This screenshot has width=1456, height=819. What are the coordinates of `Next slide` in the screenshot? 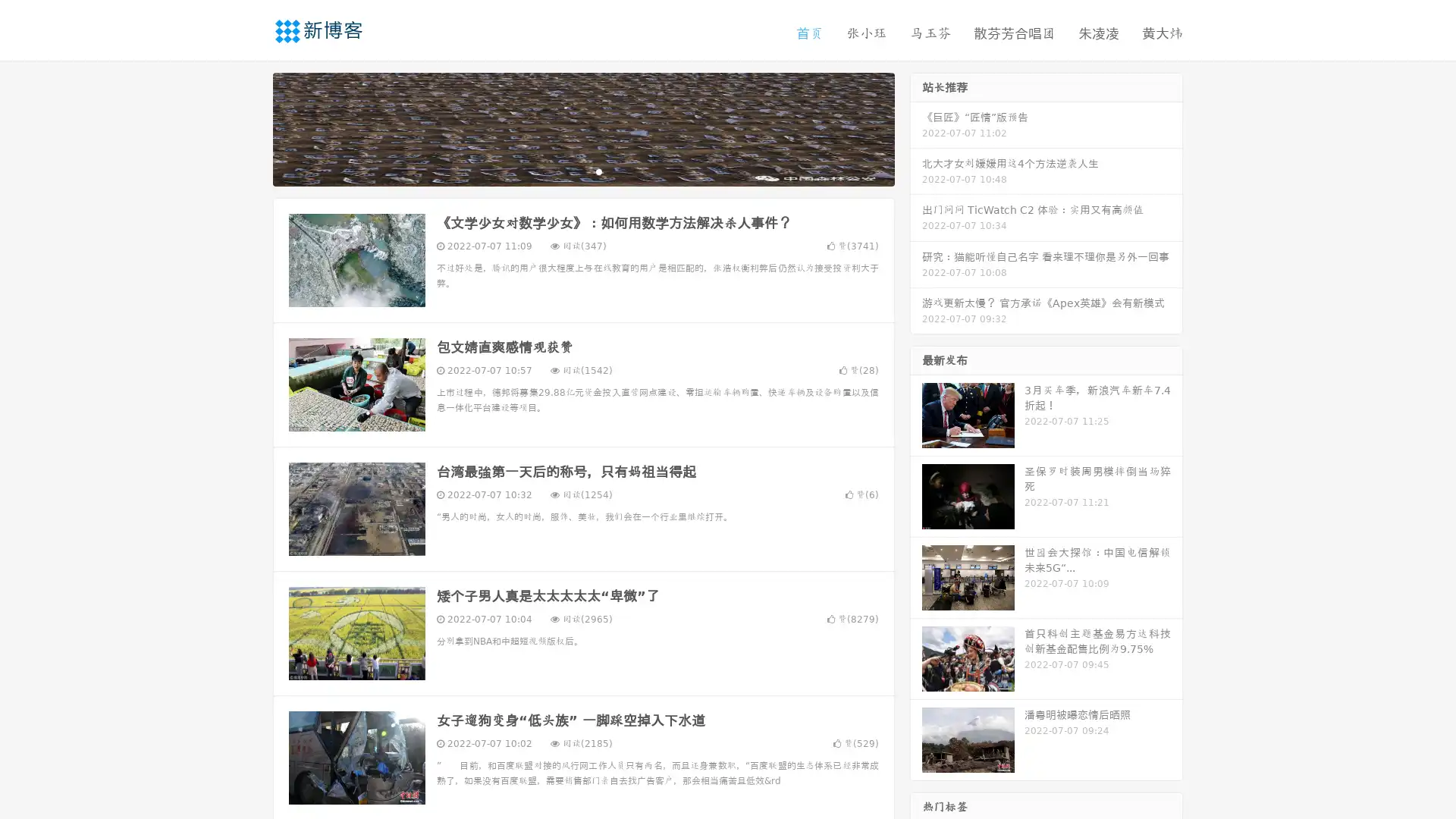 It's located at (916, 127).